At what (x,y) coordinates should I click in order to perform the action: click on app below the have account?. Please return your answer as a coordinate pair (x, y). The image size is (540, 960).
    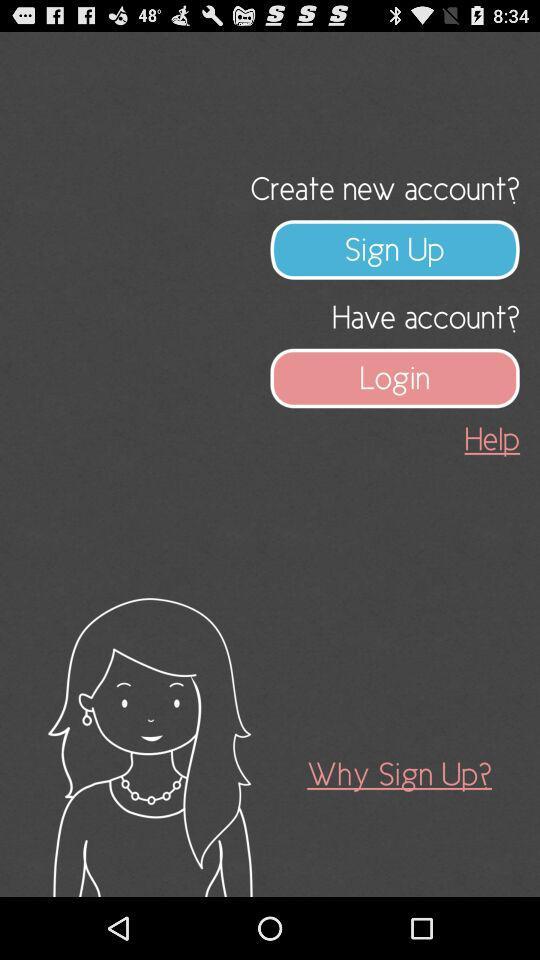
    Looking at the image, I should click on (395, 377).